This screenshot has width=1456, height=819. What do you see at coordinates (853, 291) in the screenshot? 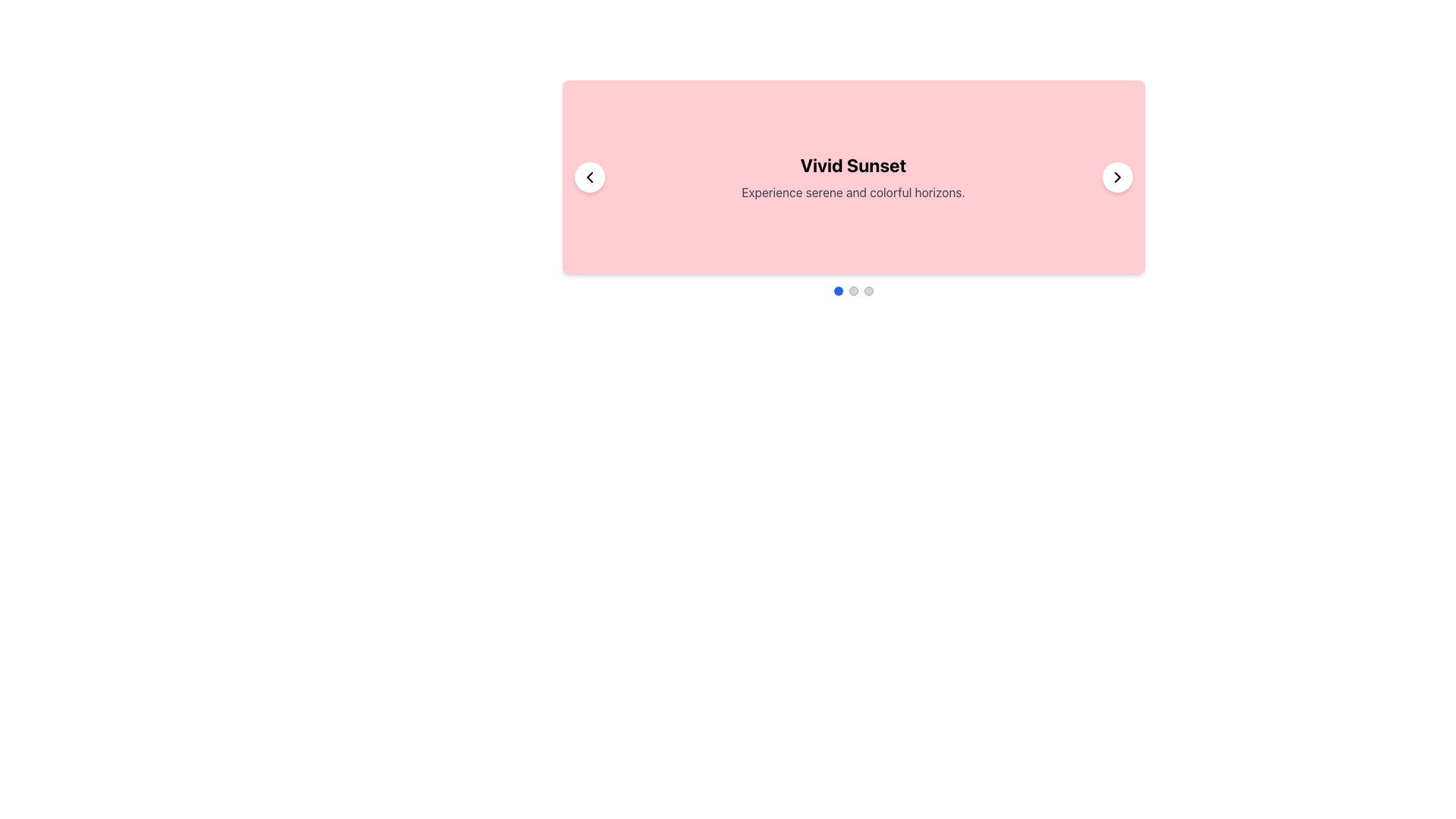
I see `the second indicator button in the carousel` at bounding box center [853, 291].